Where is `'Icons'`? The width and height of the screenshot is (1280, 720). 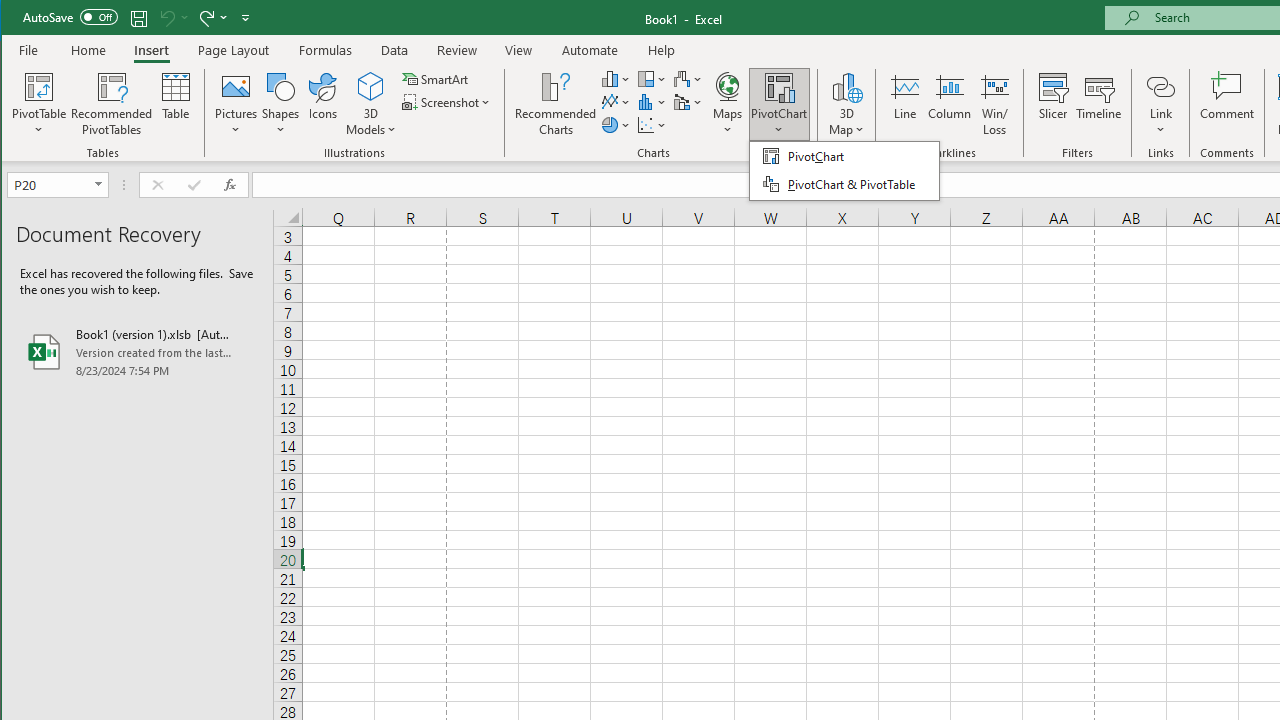
'Icons' is located at coordinates (323, 104).